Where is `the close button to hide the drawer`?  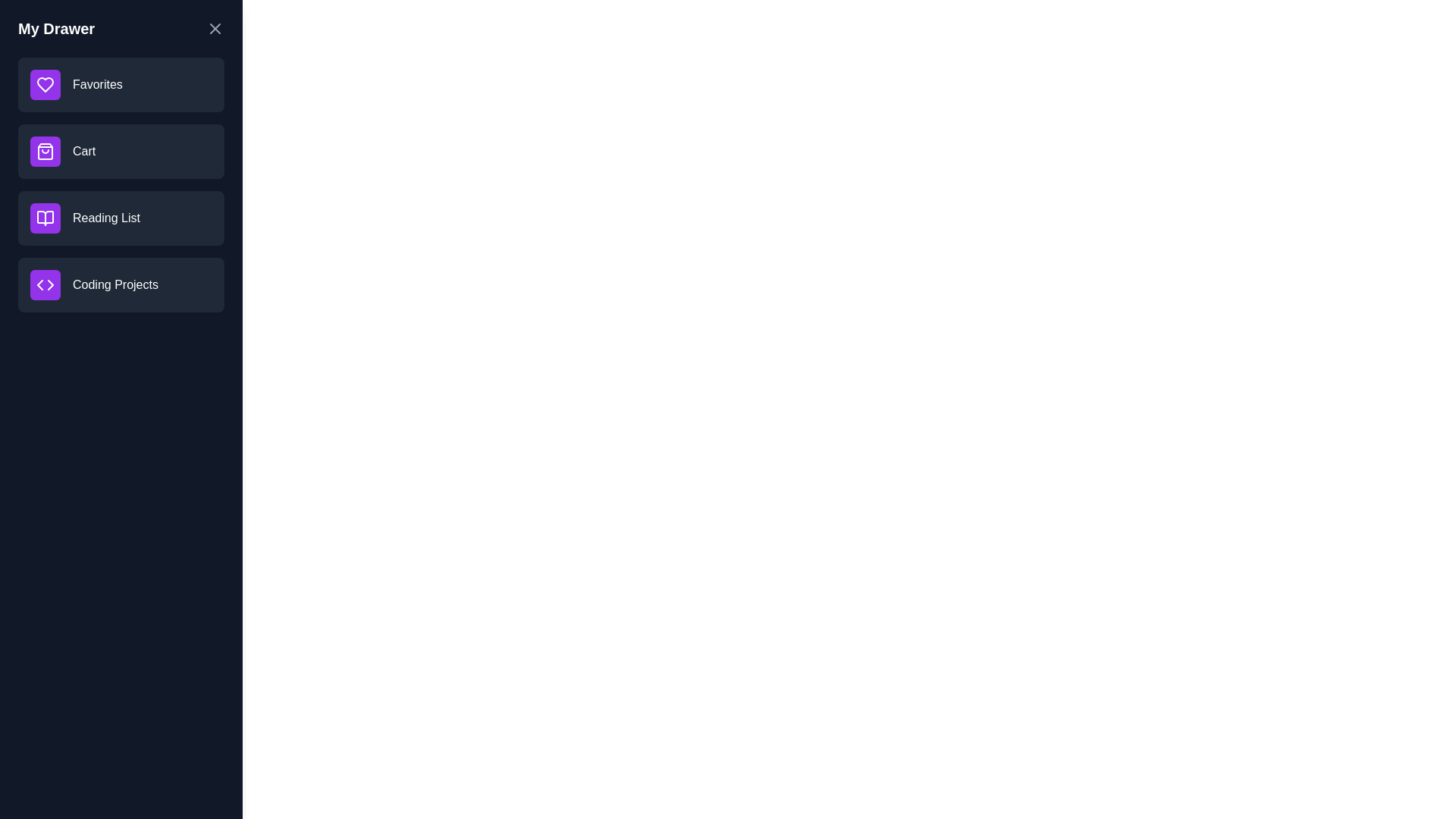
the close button to hide the drawer is located at coordinates (214, 29).